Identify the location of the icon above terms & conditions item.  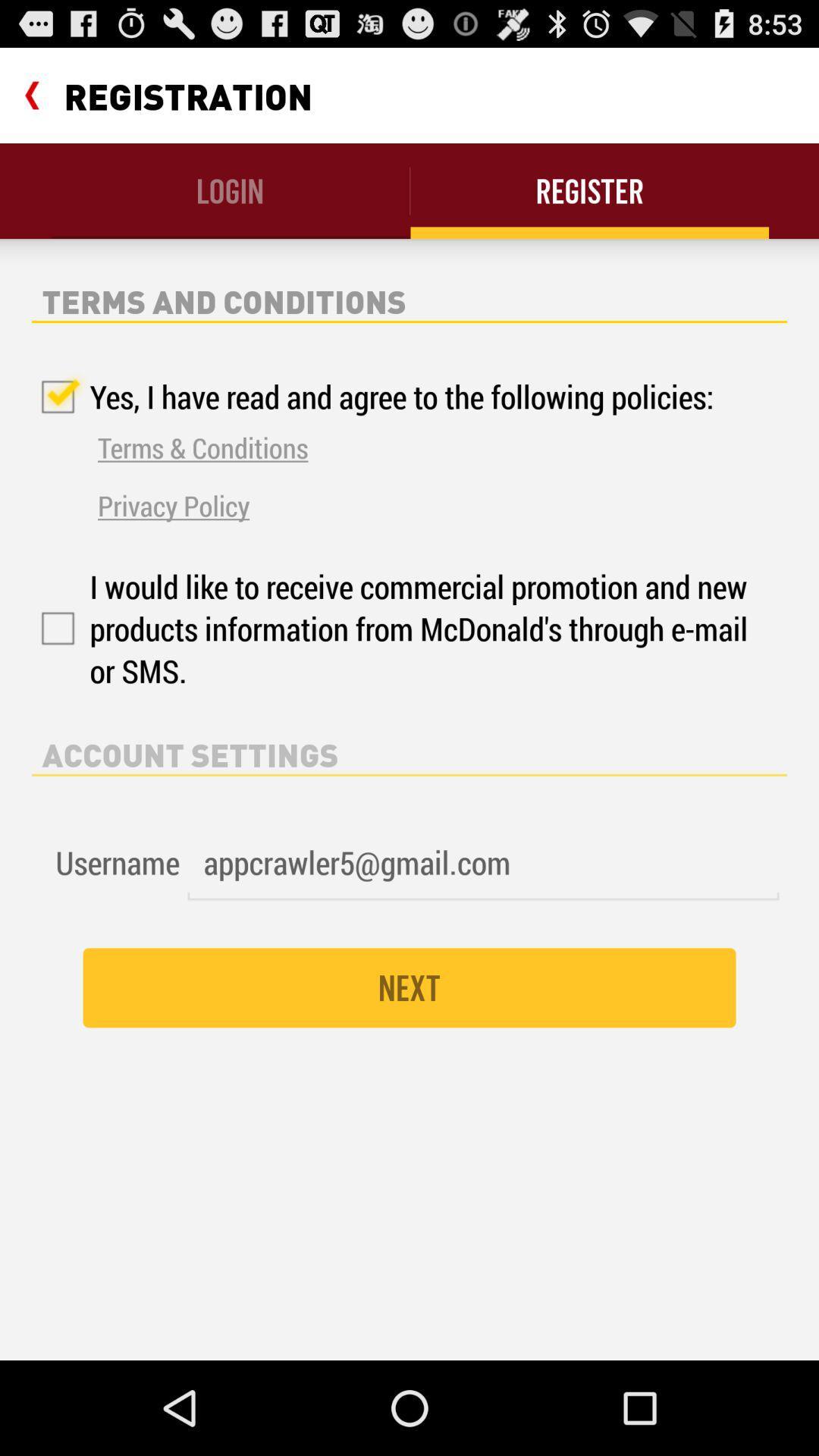
(372, 397).